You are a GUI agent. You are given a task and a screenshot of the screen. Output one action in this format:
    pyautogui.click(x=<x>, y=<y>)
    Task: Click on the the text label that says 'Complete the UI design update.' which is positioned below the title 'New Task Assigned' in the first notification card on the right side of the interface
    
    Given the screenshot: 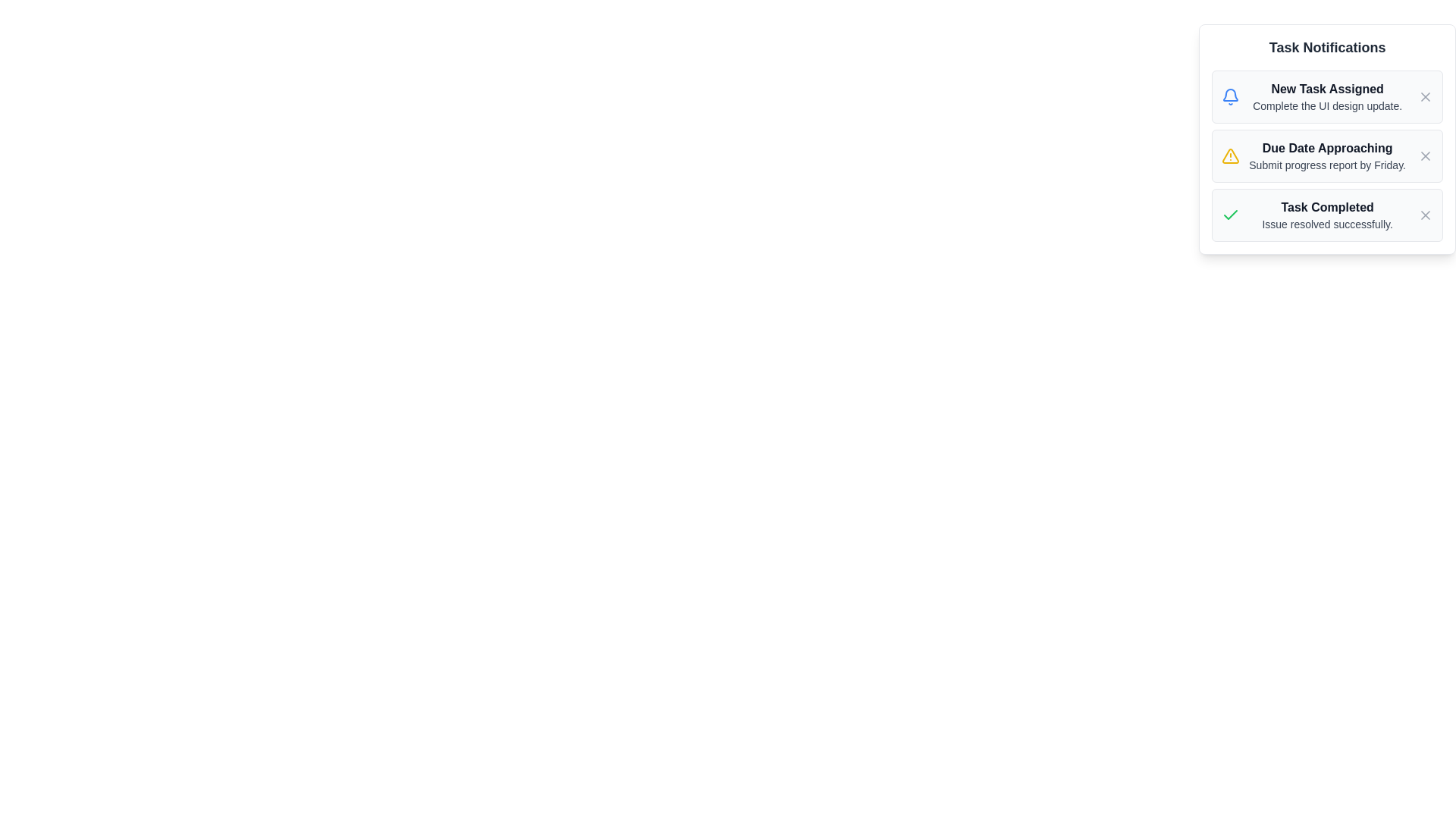 What is the action you would take?
    pyautogui.click(x=1326, y=105)
    